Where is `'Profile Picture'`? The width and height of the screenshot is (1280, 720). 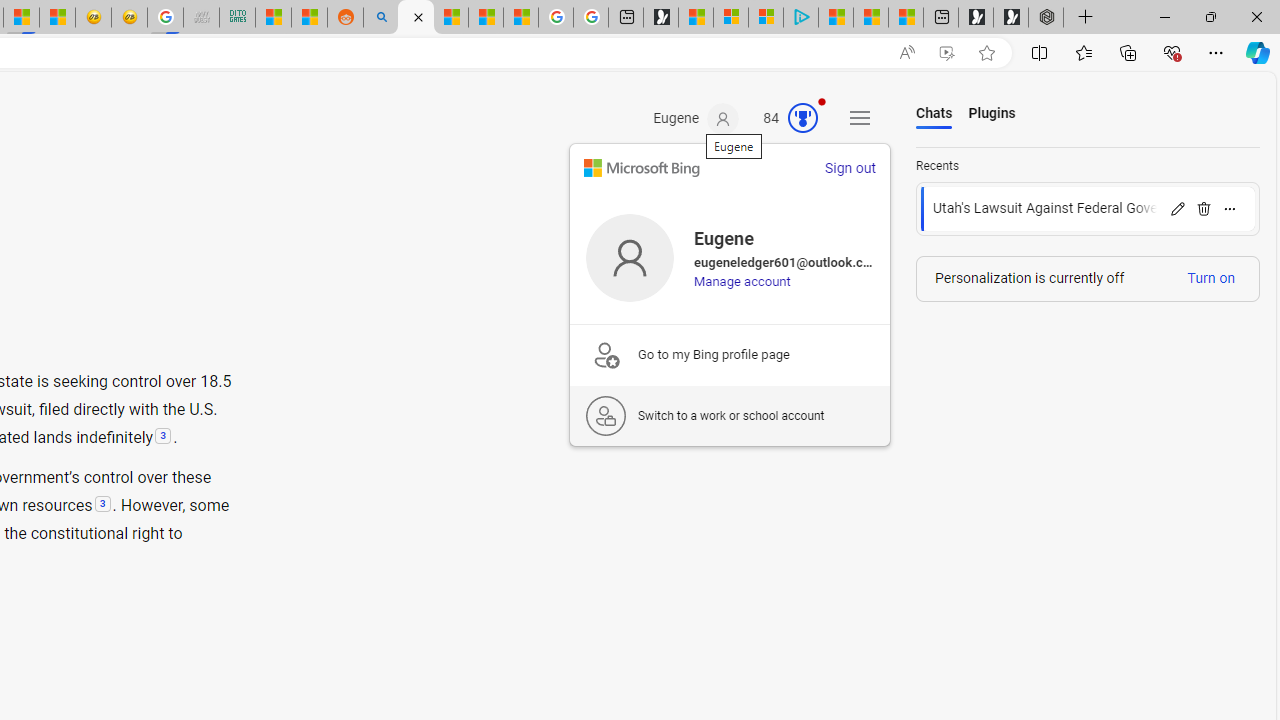 'Profile Picture' is located at coordinates (629, 256).